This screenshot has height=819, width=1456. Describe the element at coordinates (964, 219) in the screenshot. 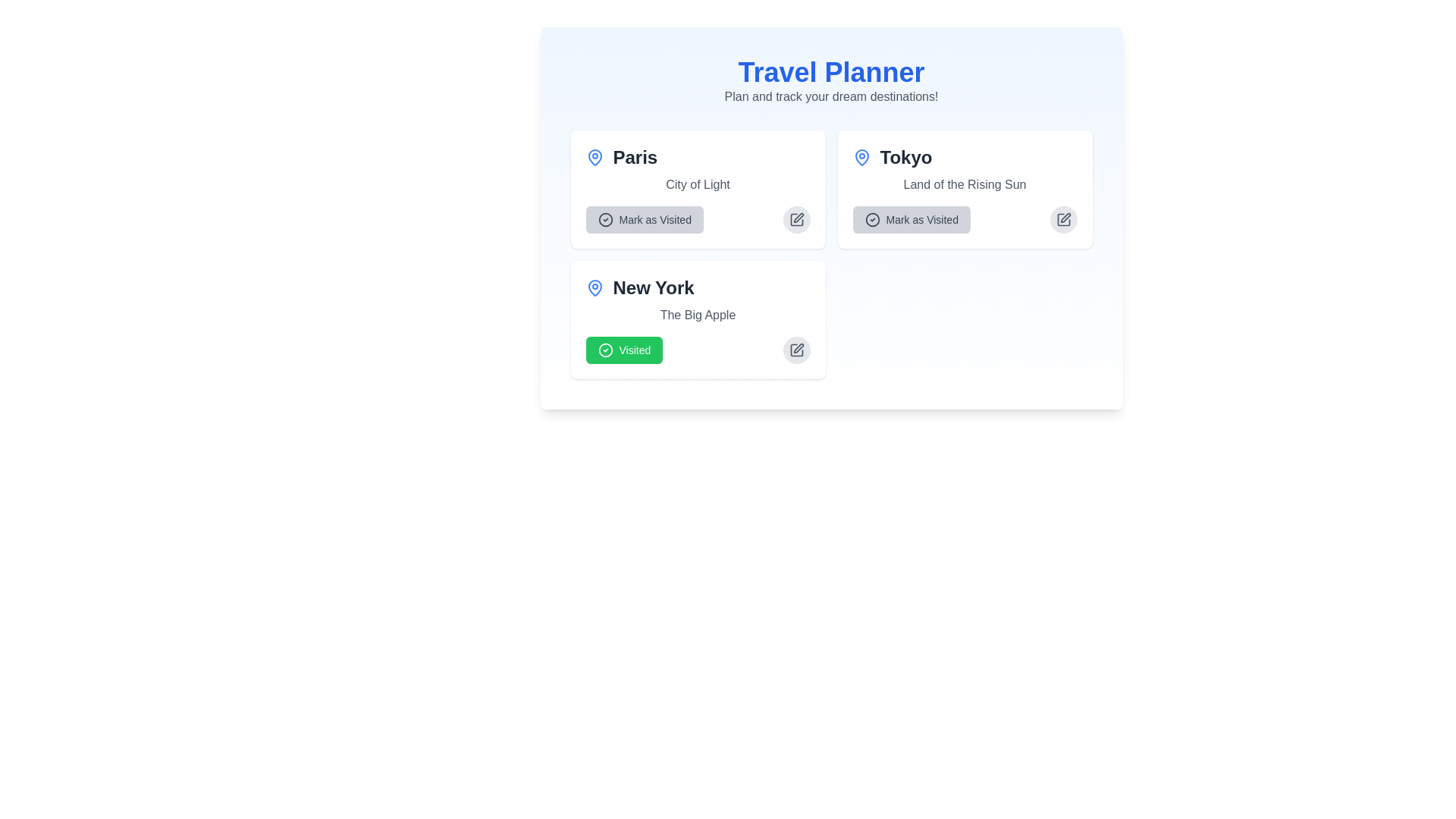

I see `the button located in the 'Tokyo' section of the 'Travel Planner' interface to mark 'Tokyo' as visited` at that location.